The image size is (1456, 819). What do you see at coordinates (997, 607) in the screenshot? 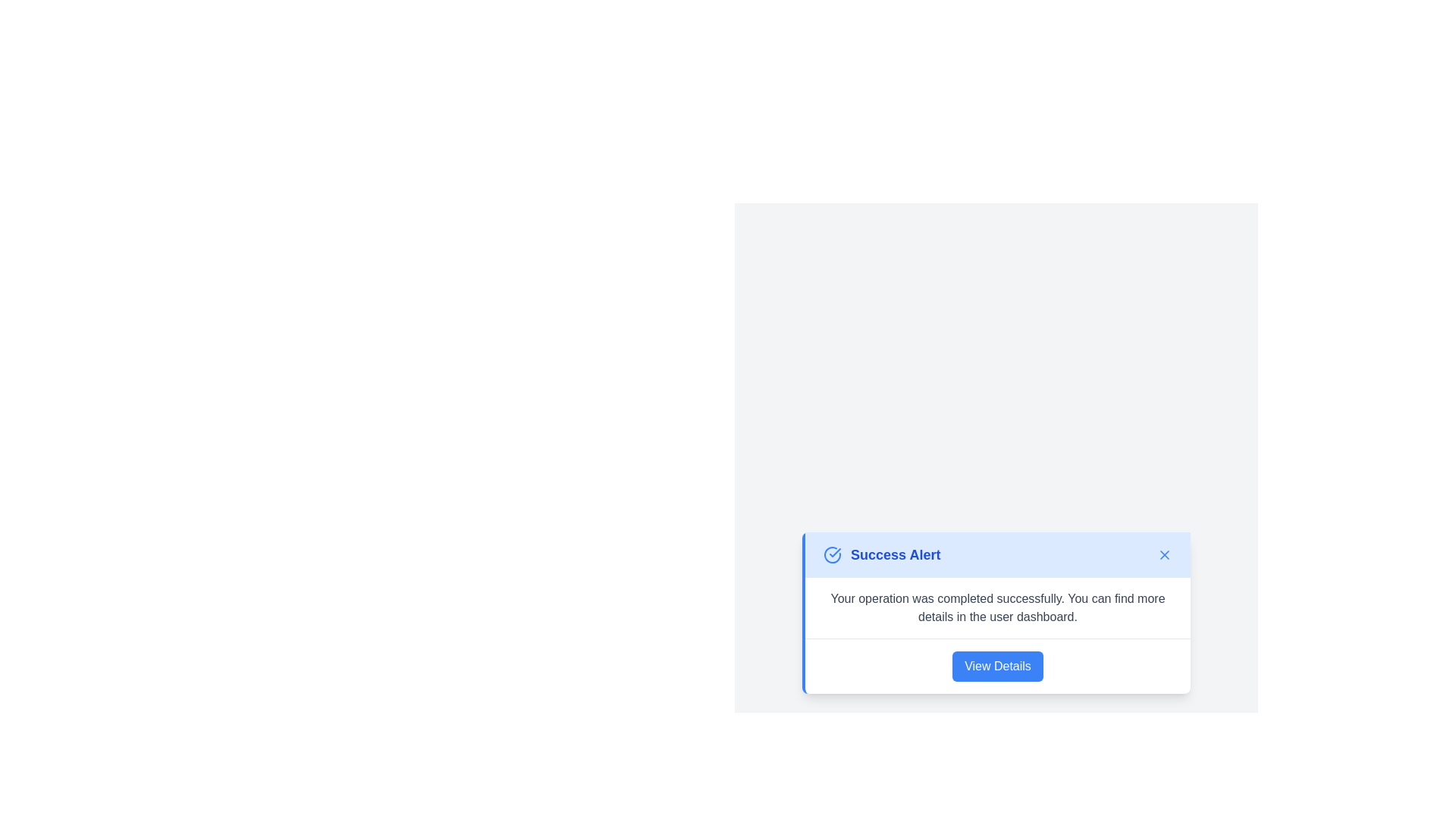
I see `the static text block styled in gray that reads 'Your operation was completed successfully. You can find more details in the user dashboard.' which is displayed inside the light blue 'Success Alert' box` at bounding box center [997, 607].